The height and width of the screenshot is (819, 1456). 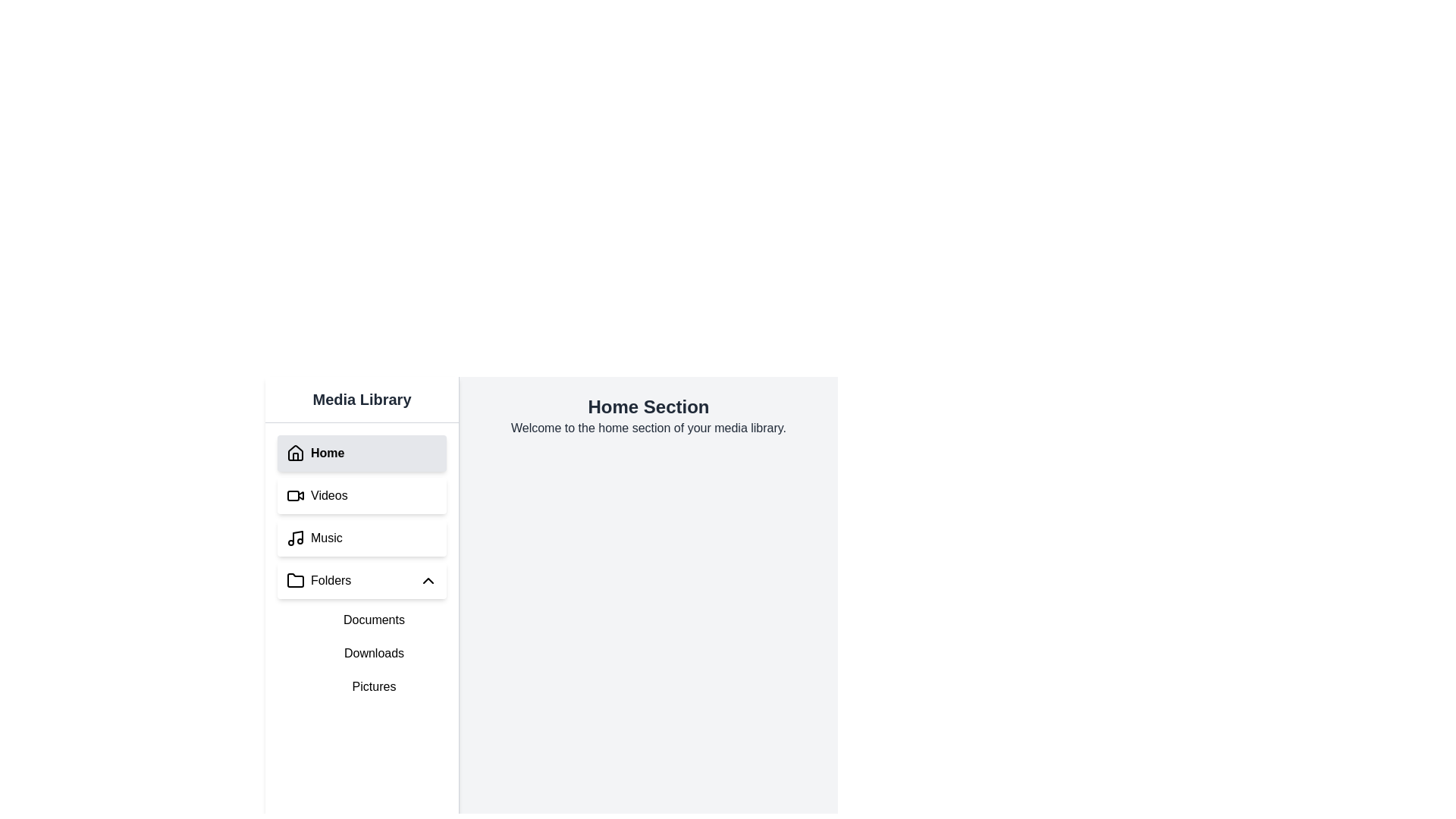 I want to click on the vertical stem of the musical note icon in the 'Music' section of the sidebar menu, located on the third row, so click(x=298, y=536).